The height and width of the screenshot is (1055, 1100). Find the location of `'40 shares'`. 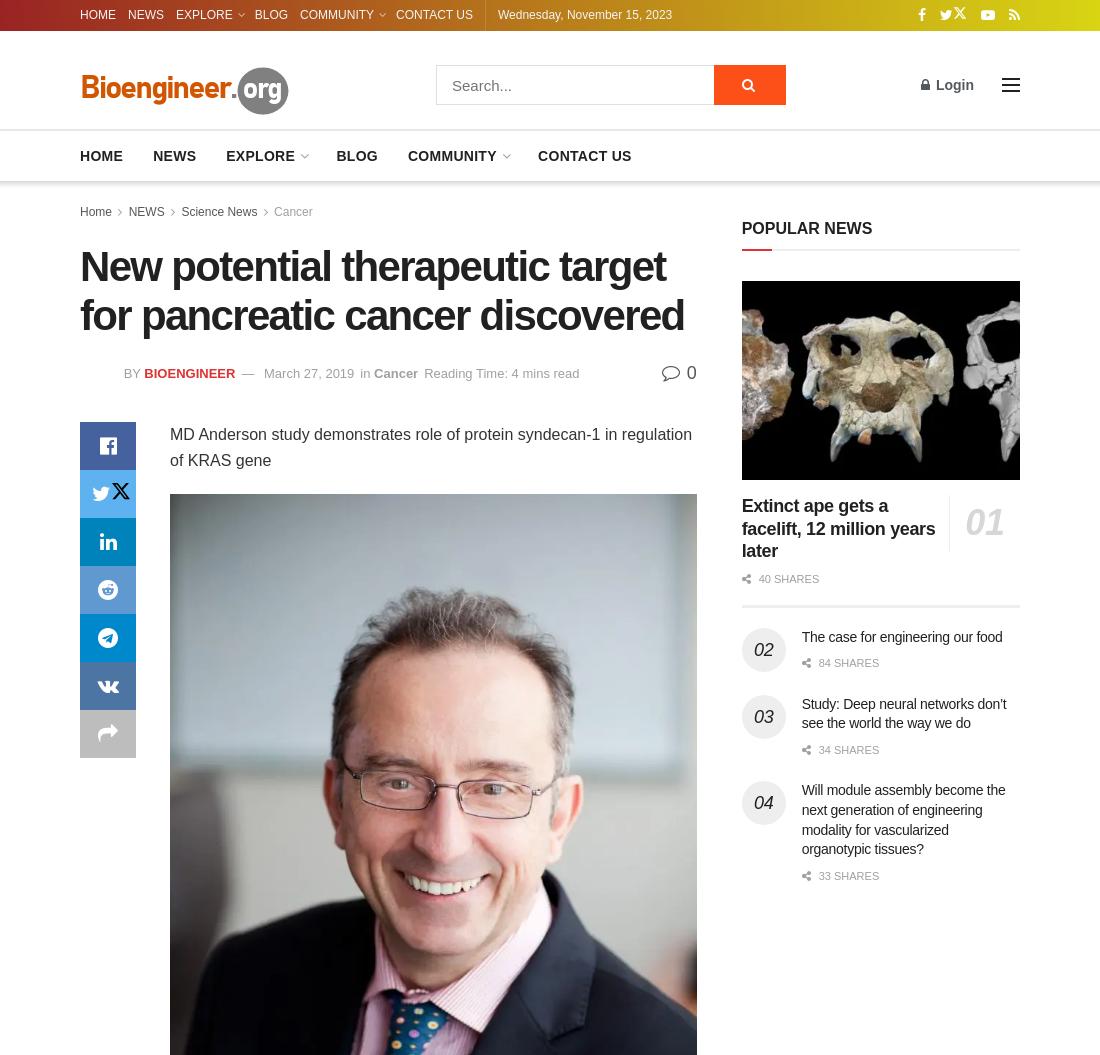

'40 shares' is located at coordinates (787, 577).